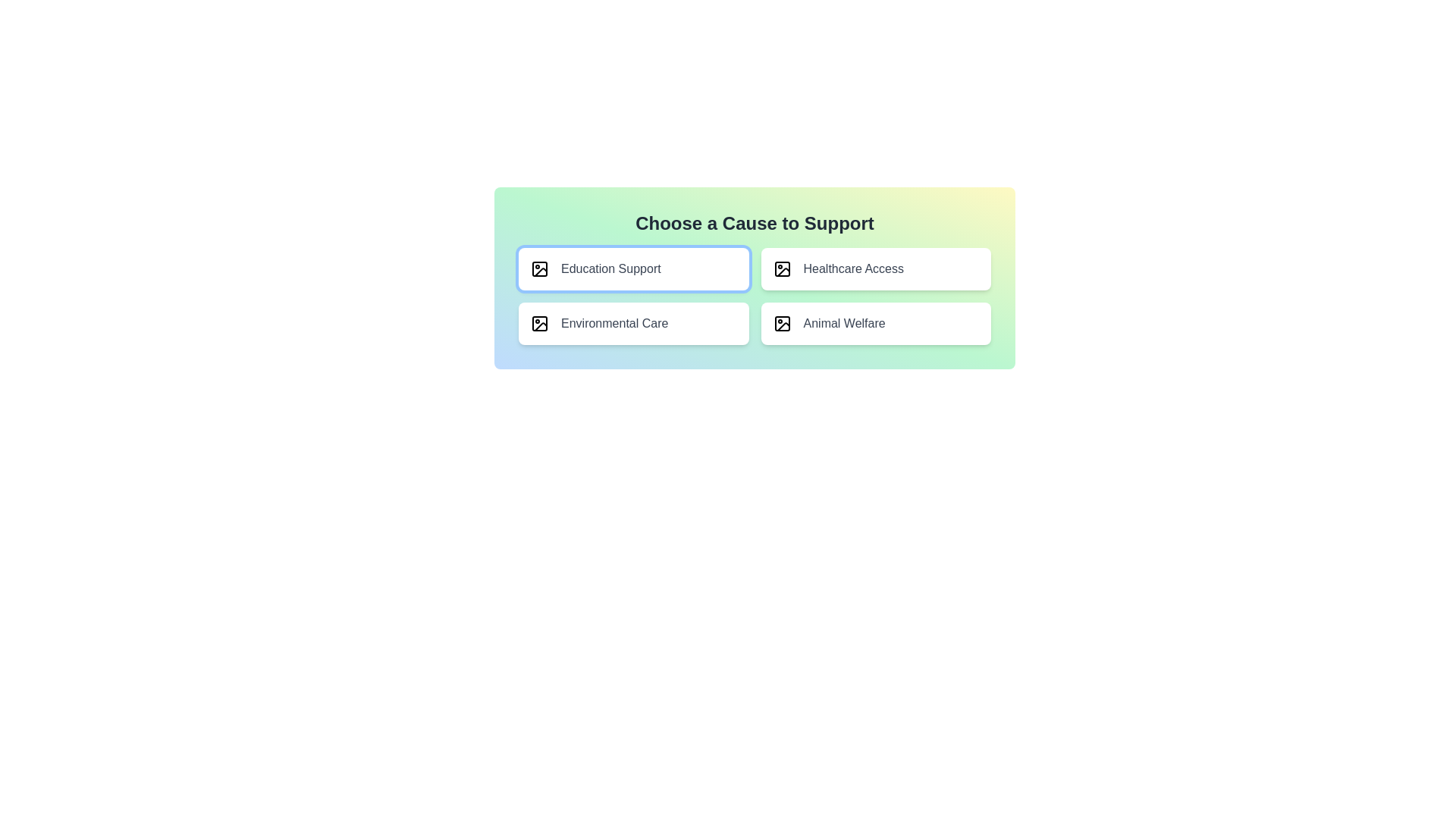 This screenshot has width=1456, height=819. Describe the element at coordinates (782, 323) in the screenshot. I see `the rectangular Icon component representing an image or picture, located in the bottom-right section of the interface, next to the text 'Animal Welfare'` at that location.